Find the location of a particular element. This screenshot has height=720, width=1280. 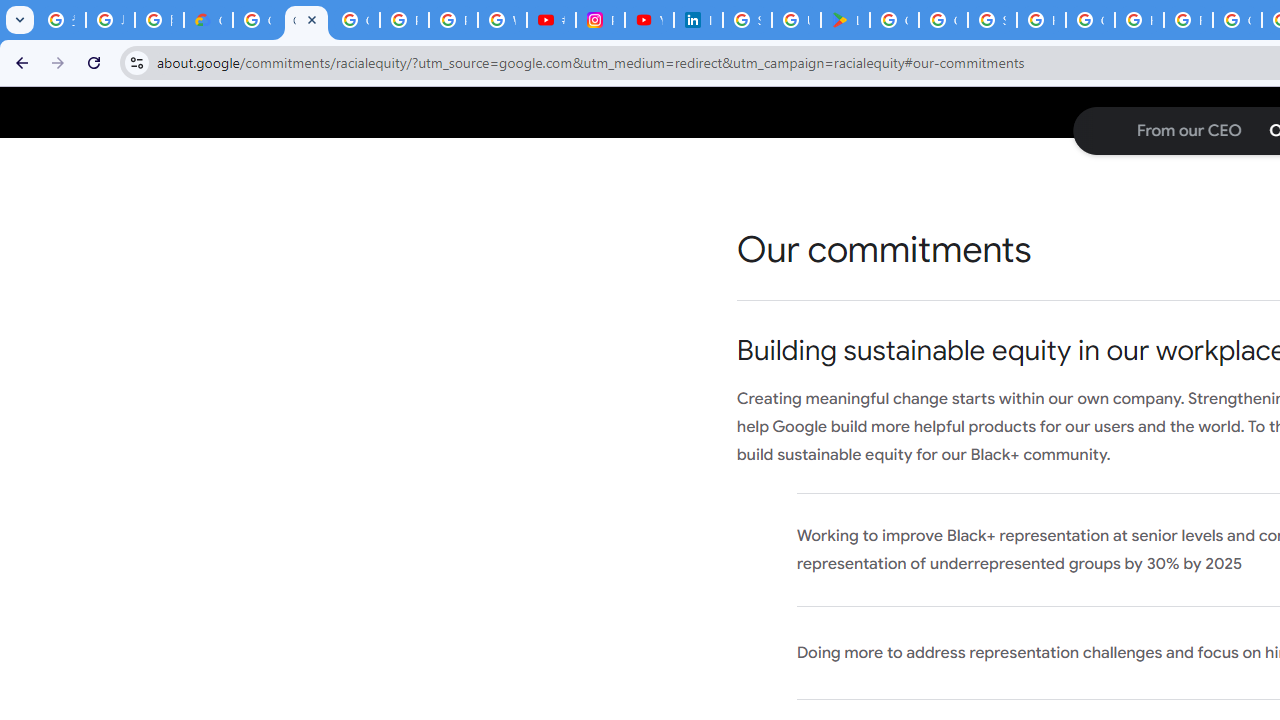

'#nbabasketballhighlights - YouTube' is located at coordinates (551, 20).